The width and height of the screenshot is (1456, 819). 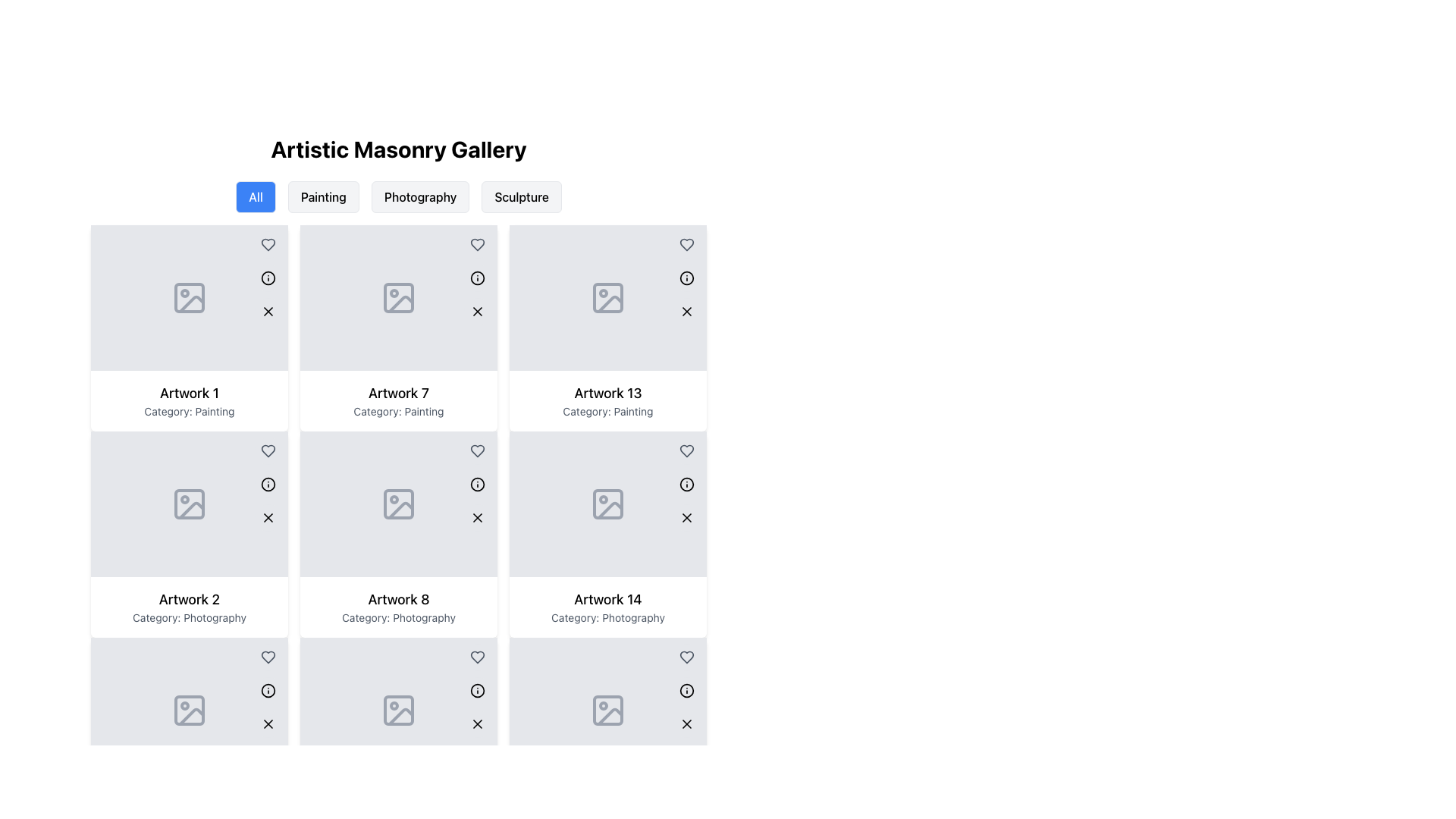 I want to click on the gray-colored image icon with a mountains and sun symbol in the top-left corner of the grid layout for 'Artwork 1 (Category: Painting)', so click(x=188, y=298).